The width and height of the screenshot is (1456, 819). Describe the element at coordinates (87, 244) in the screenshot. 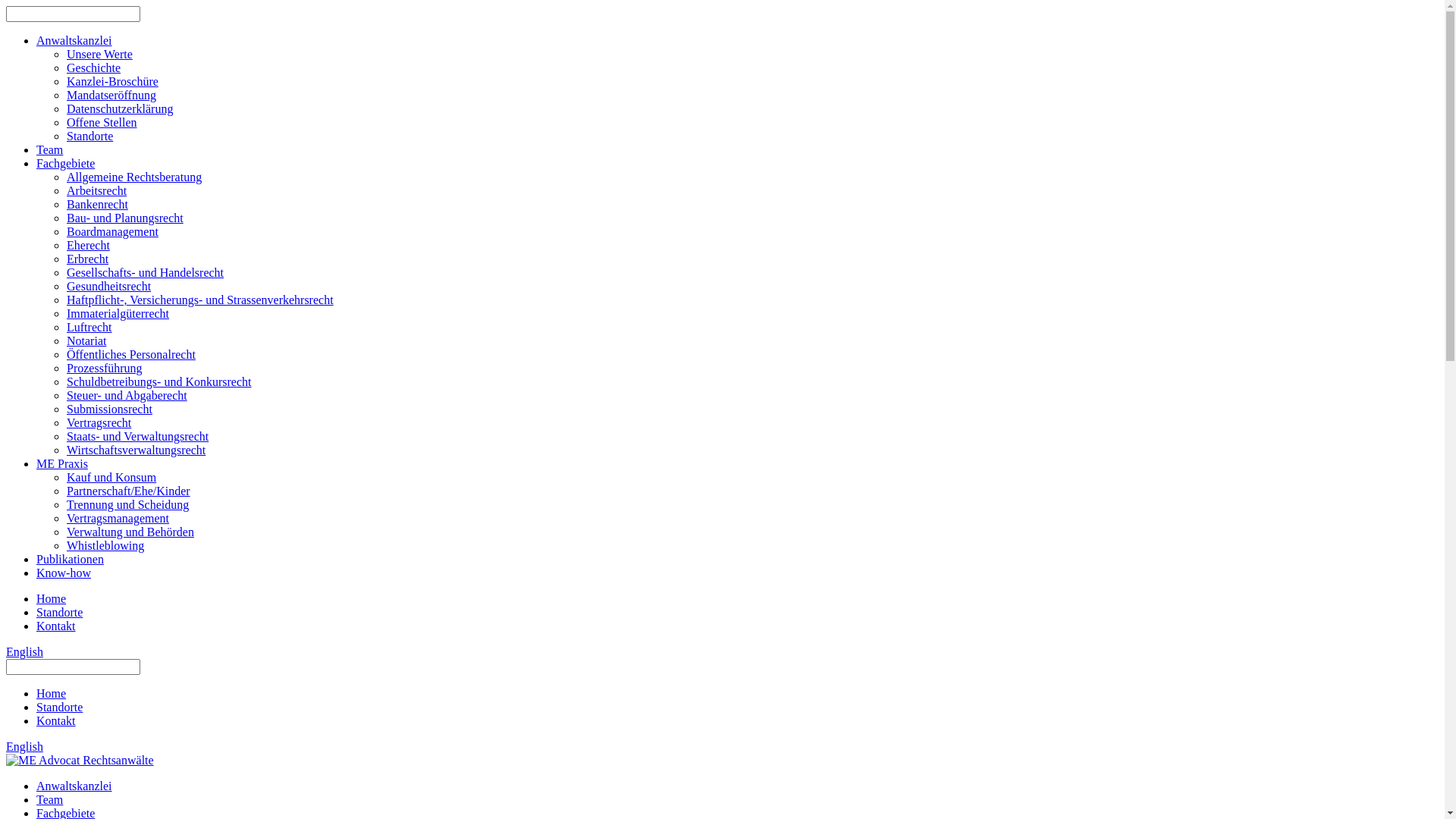

I see `'Eherecht'` at that location.